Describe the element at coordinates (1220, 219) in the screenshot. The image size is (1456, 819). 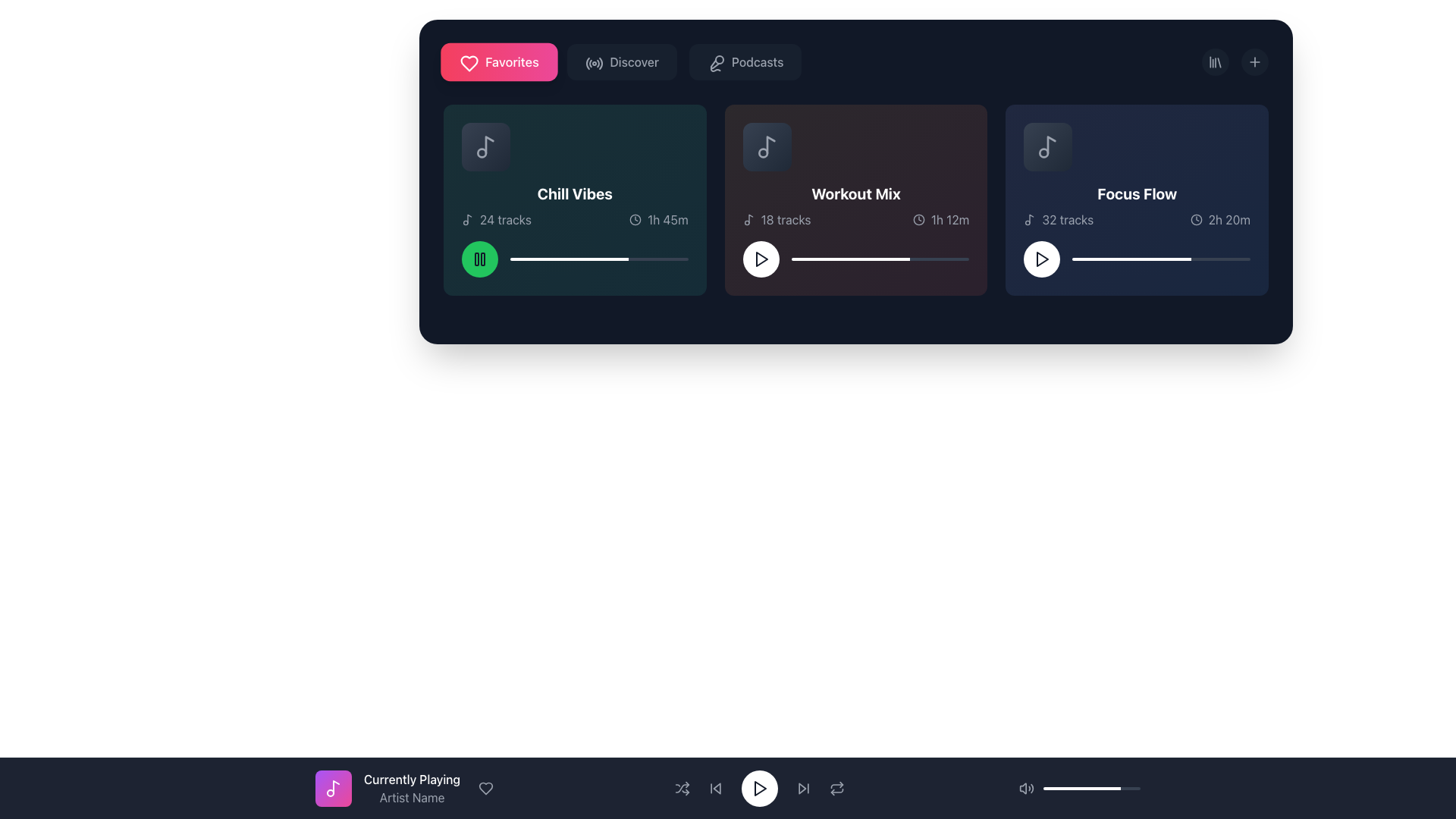
I see `the Text Label with Icon indicating the duration of the playlist (2 hours and 20 minutes) located in the bottom right corner of the 'Focus Flow' card` at that location.